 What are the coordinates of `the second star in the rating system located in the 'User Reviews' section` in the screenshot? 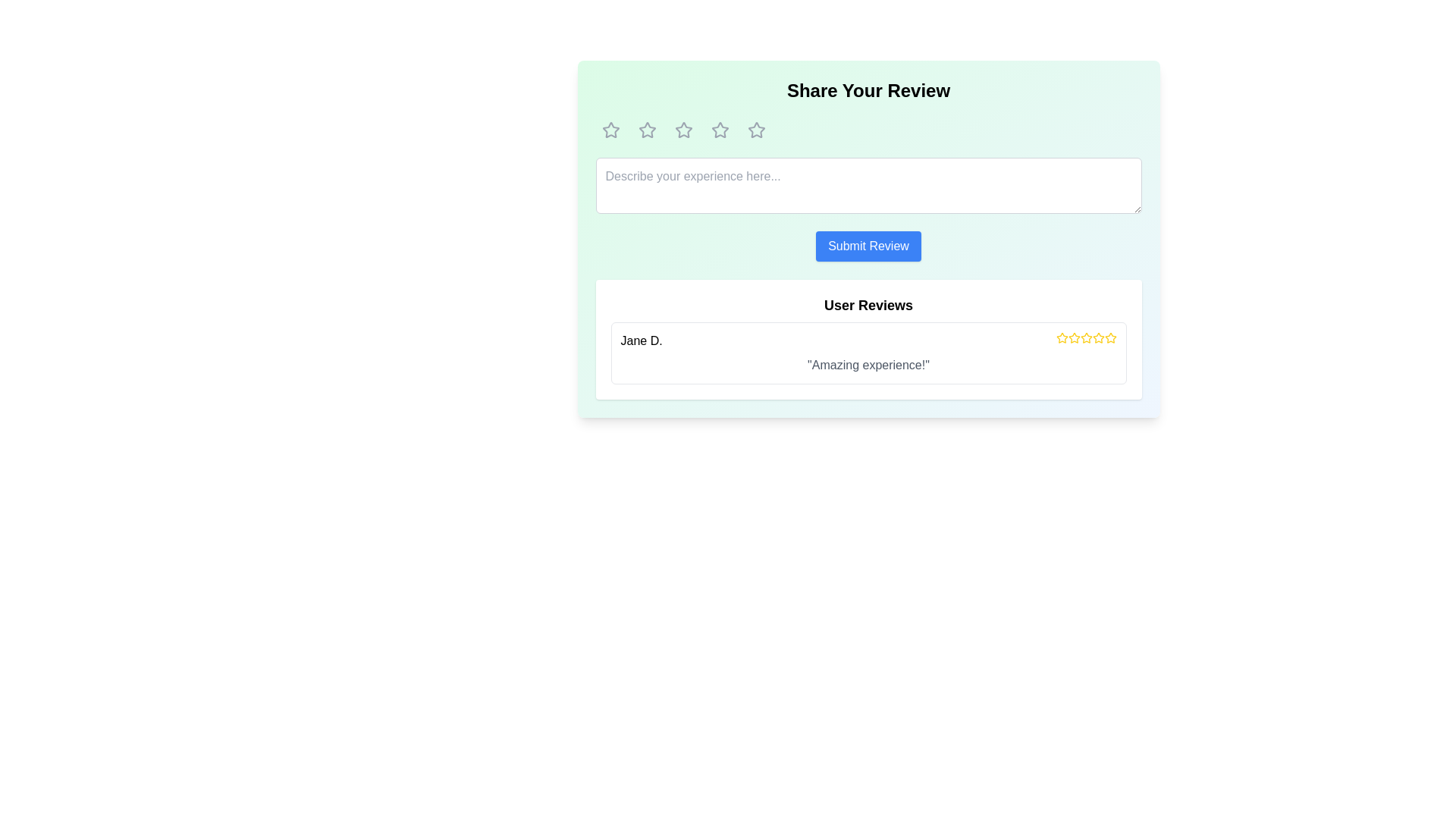 It's located at (1073, 336).